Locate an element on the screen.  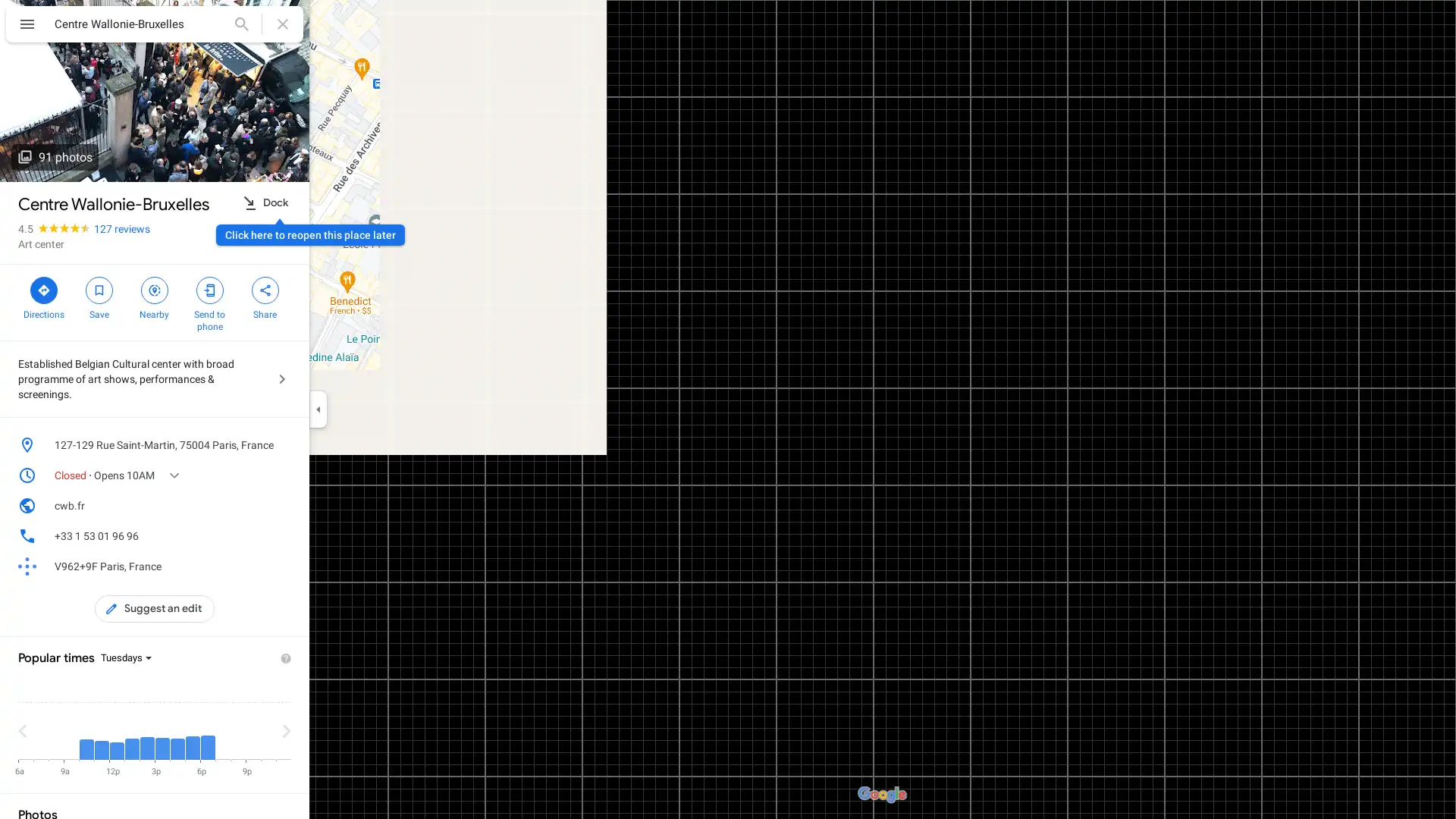
Menu is located at coordinates (27, 26).